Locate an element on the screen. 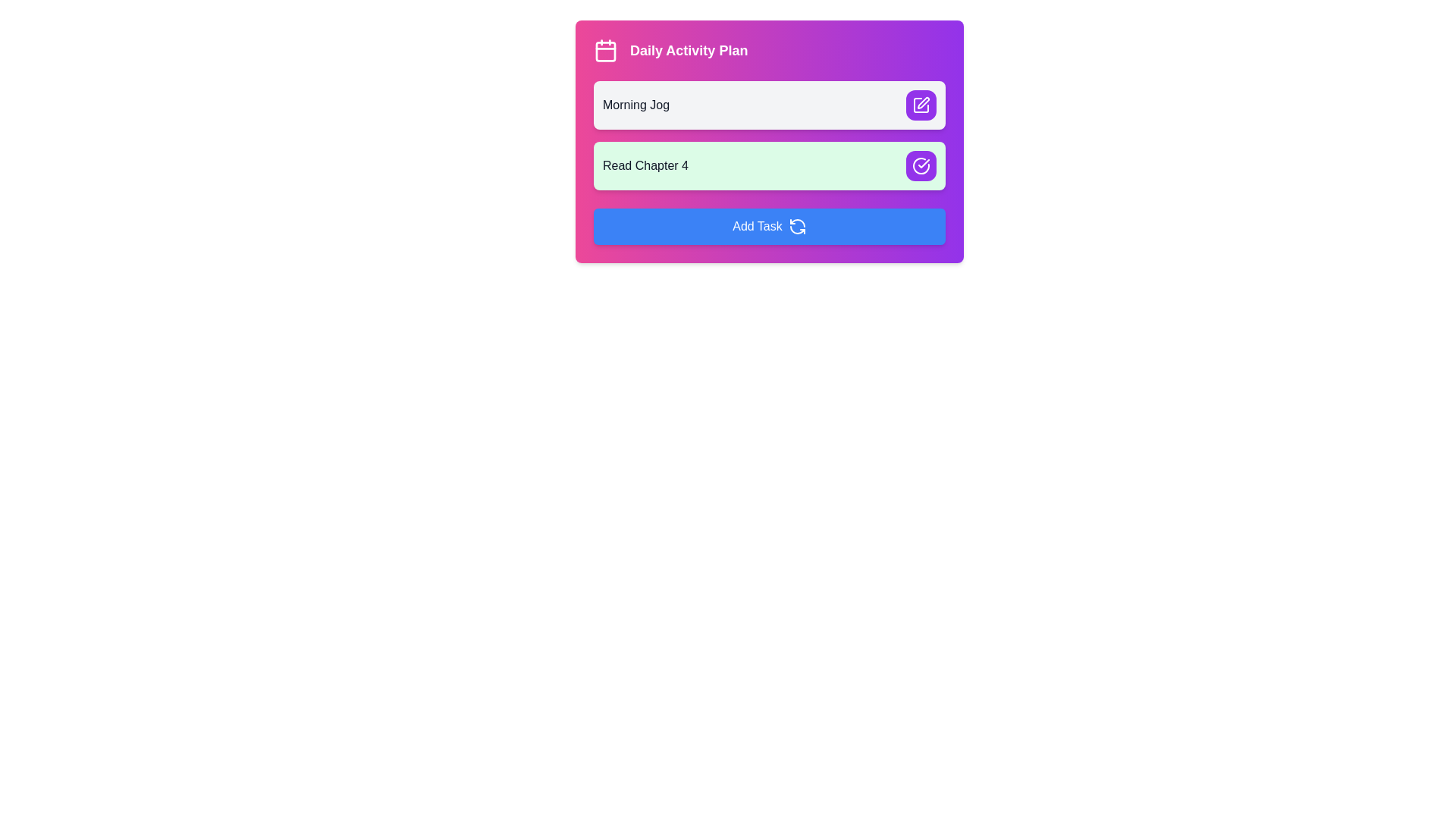 The image size is (1456, 819). the icon button with a purple background and a white pencil symbol is located at coordinates (923, 102).